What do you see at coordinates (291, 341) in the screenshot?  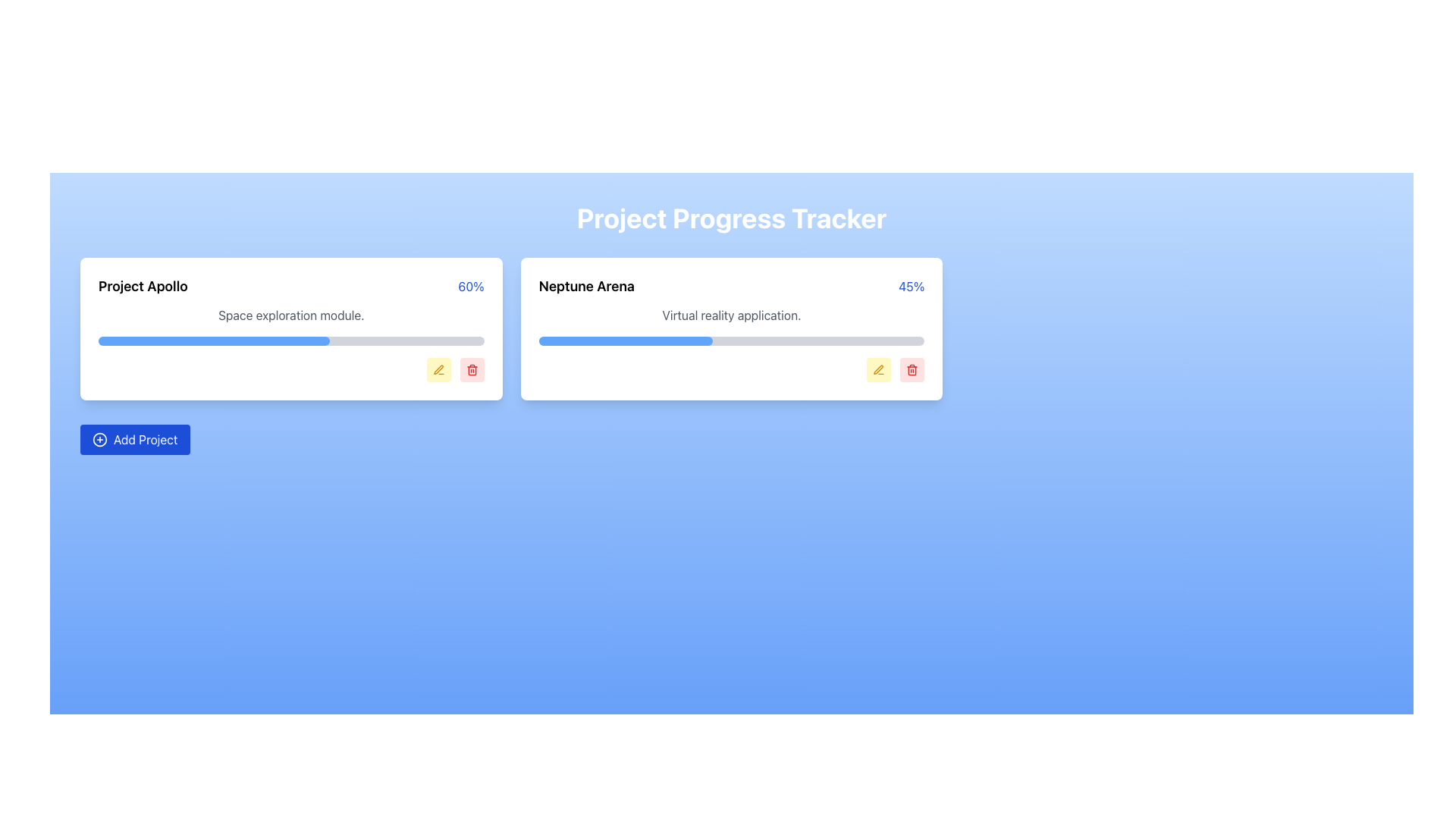 I see `the progress visually on the progress bar representing the completion percentage of the 'Project Apollo' project, located below the description text 'Space exploration module.'` at bounding box center [291, 341].